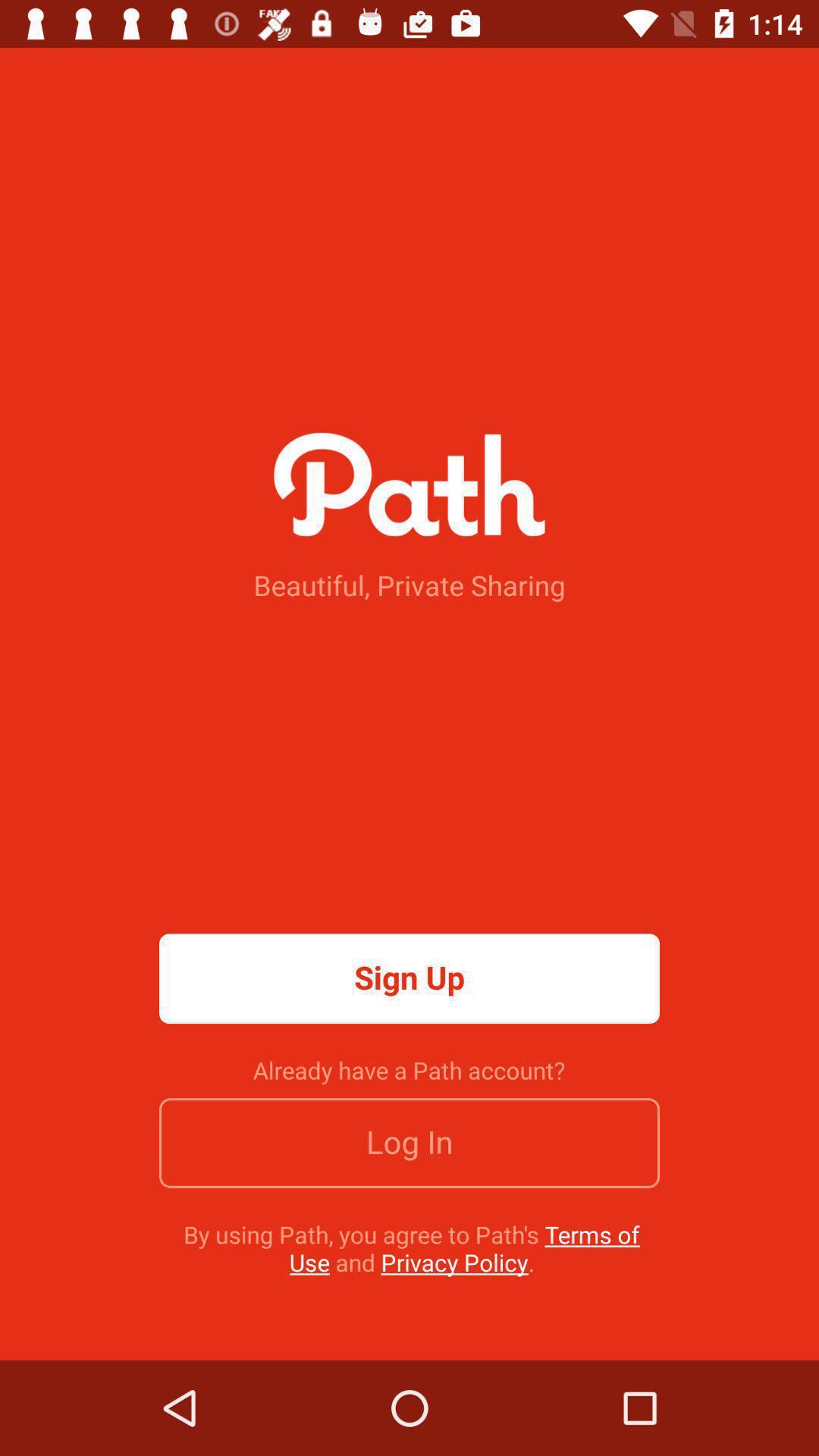  What do you see at coordinates (412, 1248) in the screenshot?
I see `by using path icon` at bounding box center [412, 1248].